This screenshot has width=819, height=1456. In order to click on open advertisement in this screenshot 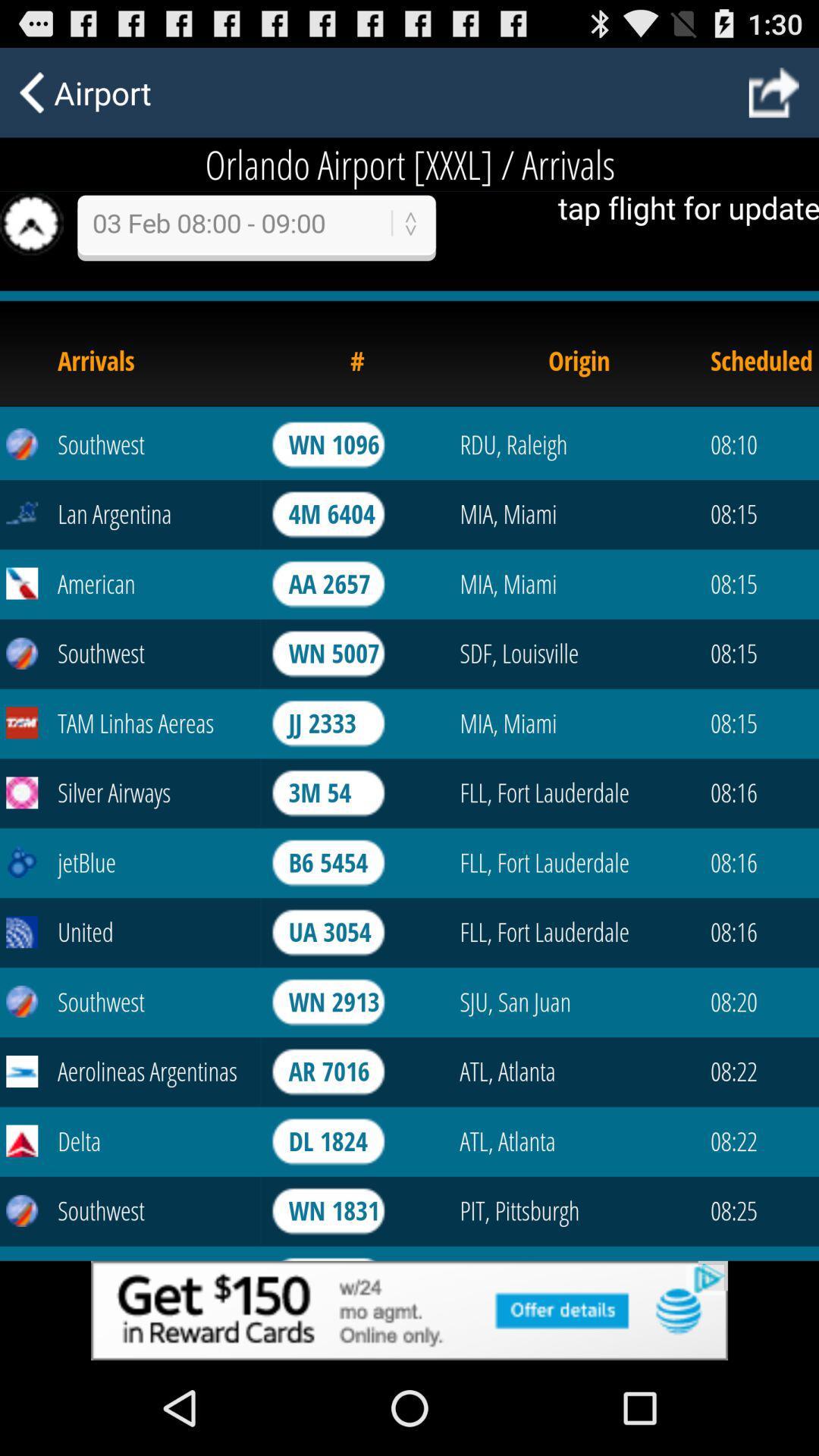, I will do `click(409, 1310)`.